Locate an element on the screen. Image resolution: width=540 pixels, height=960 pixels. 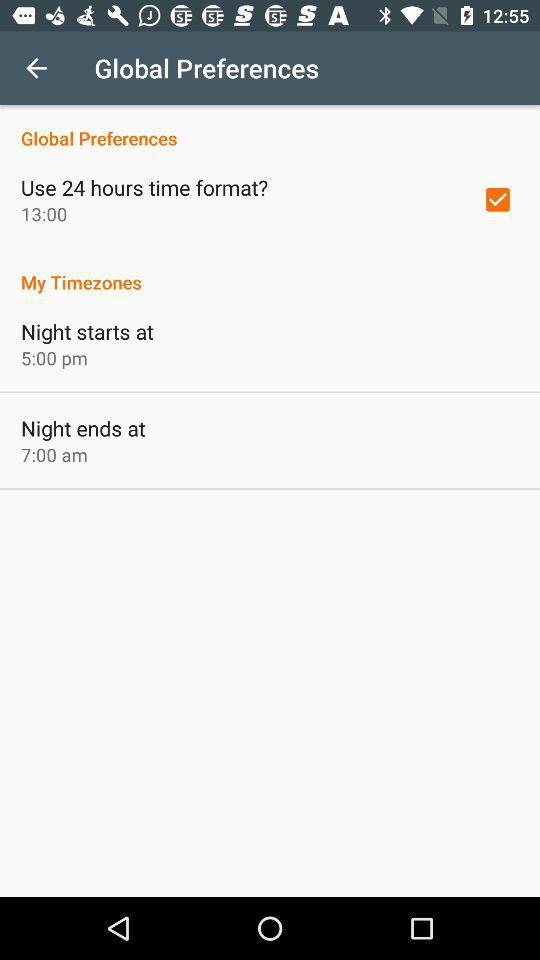
the item above the my timezones icon is located at coordinates (496, 199).